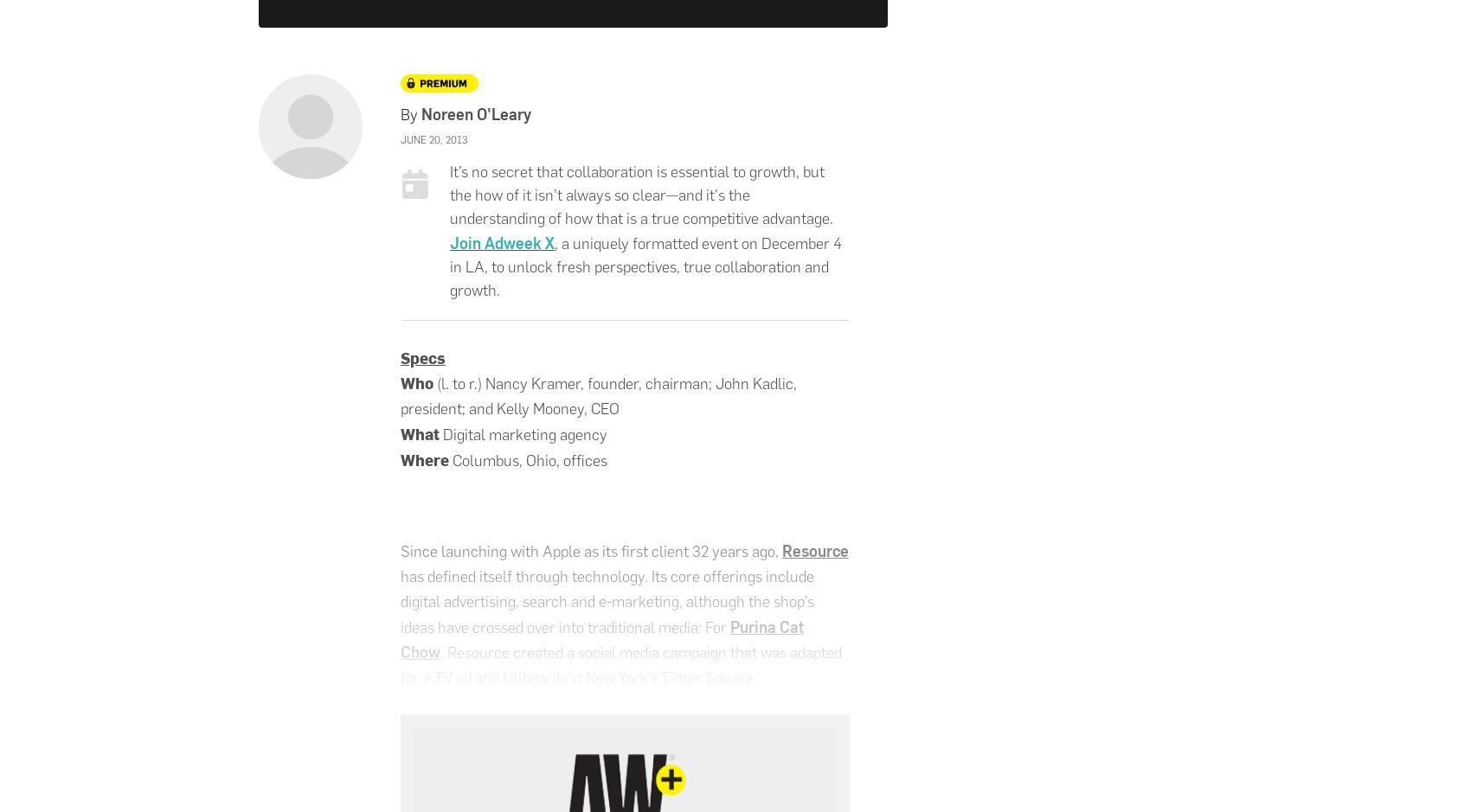 The image size is (1477, 812). I want to click on 'Resource', so click(813, 549).